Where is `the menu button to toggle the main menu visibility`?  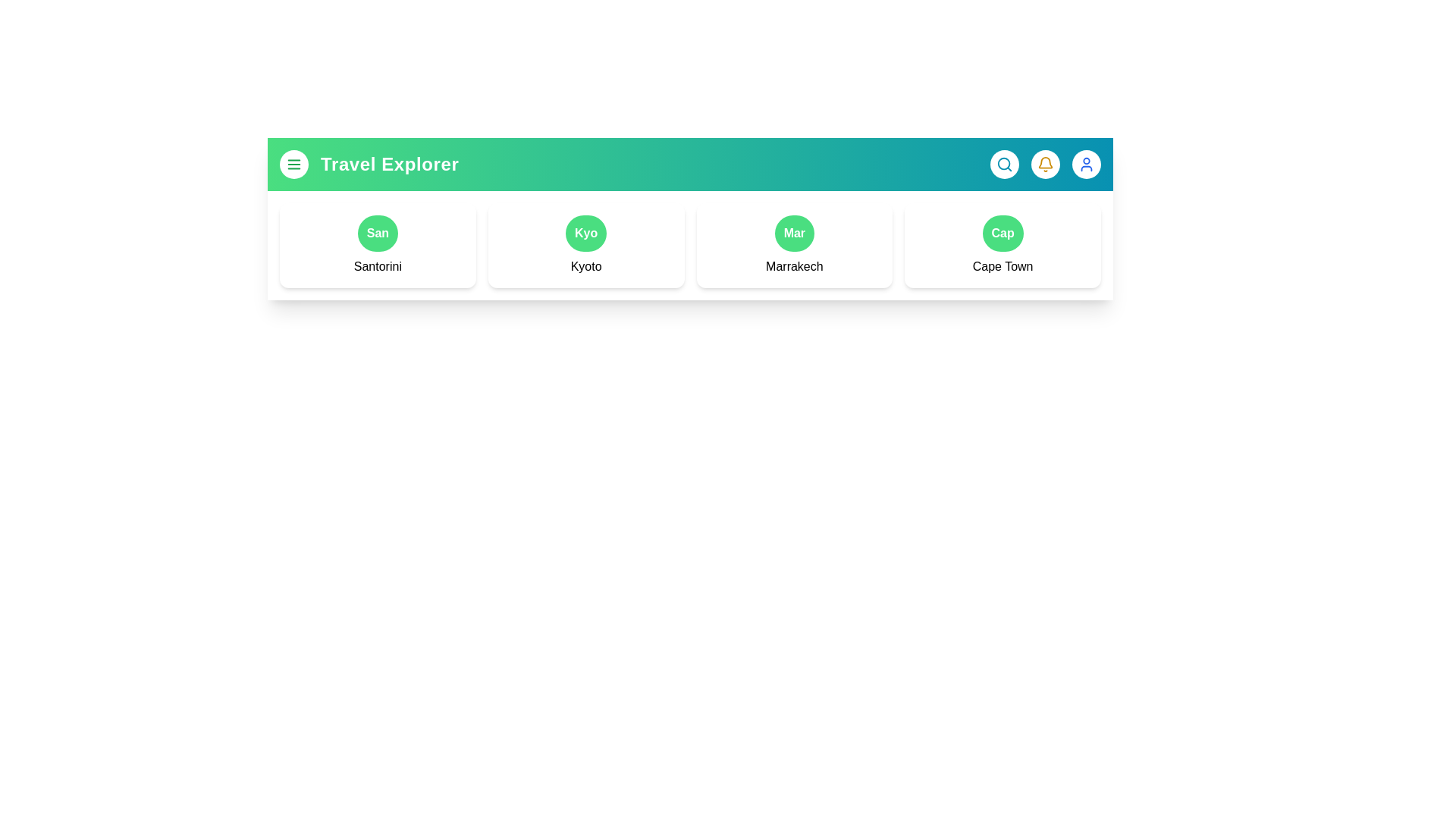 the menu button to toggle the main menu visibility is located at coordinates (294, 164).